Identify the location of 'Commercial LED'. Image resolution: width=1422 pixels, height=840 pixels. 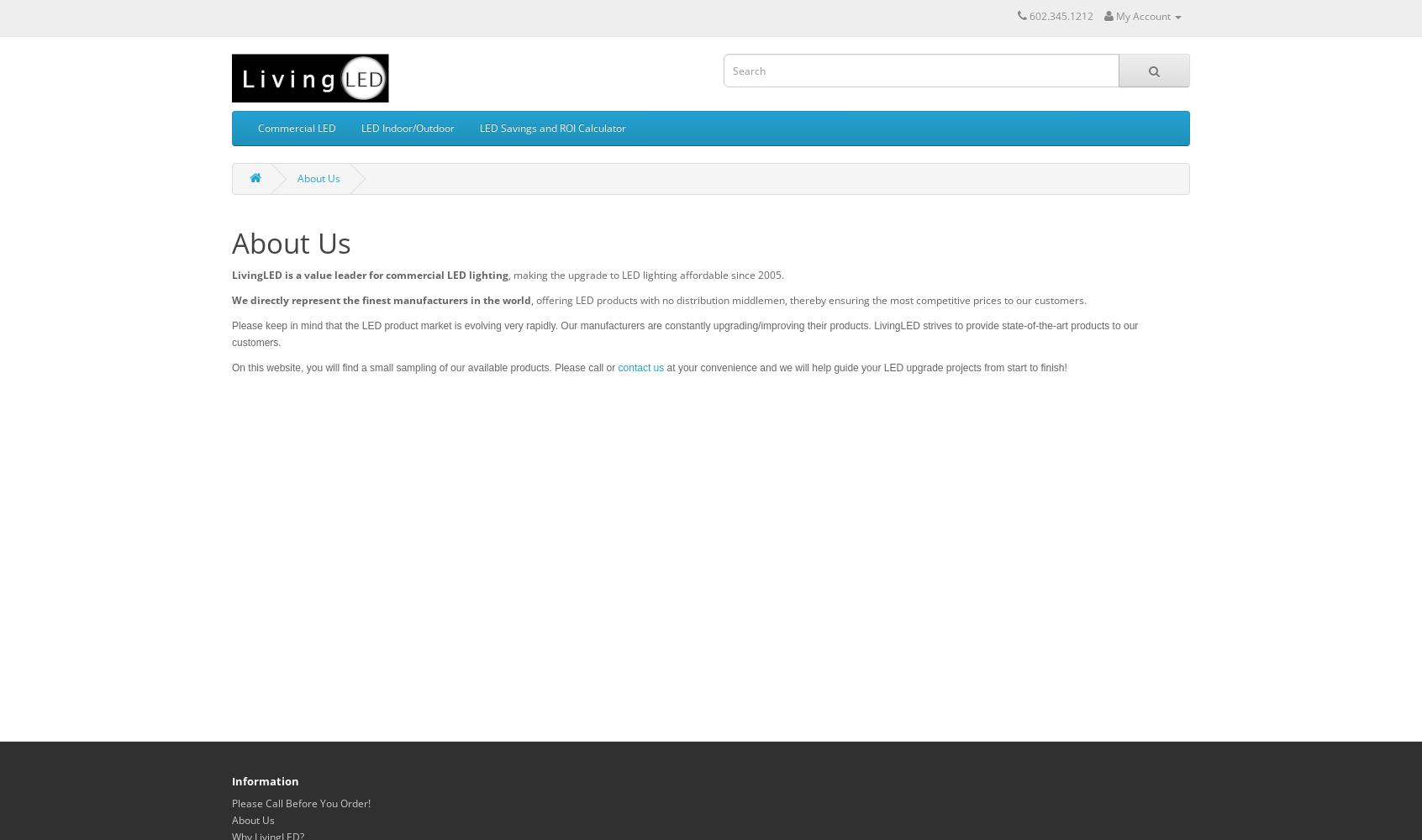
(296, 128).